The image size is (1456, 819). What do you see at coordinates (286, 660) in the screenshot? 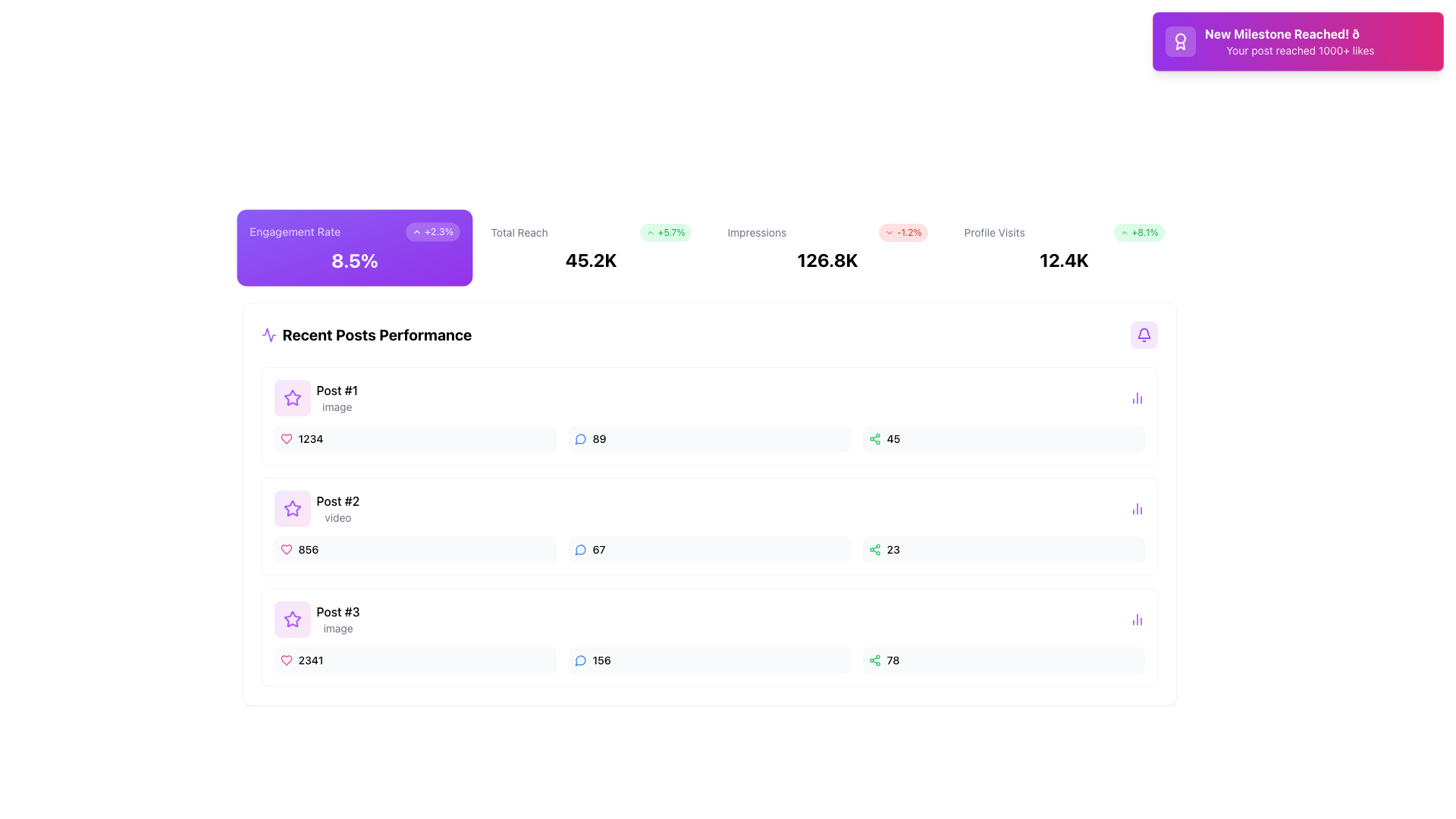
I see `the like or favorite icon located in the left portion of the entry for Post #3 in the Recent Posts Performance section, positioned to the left of the number 2341` at bounding box center [286, 660].